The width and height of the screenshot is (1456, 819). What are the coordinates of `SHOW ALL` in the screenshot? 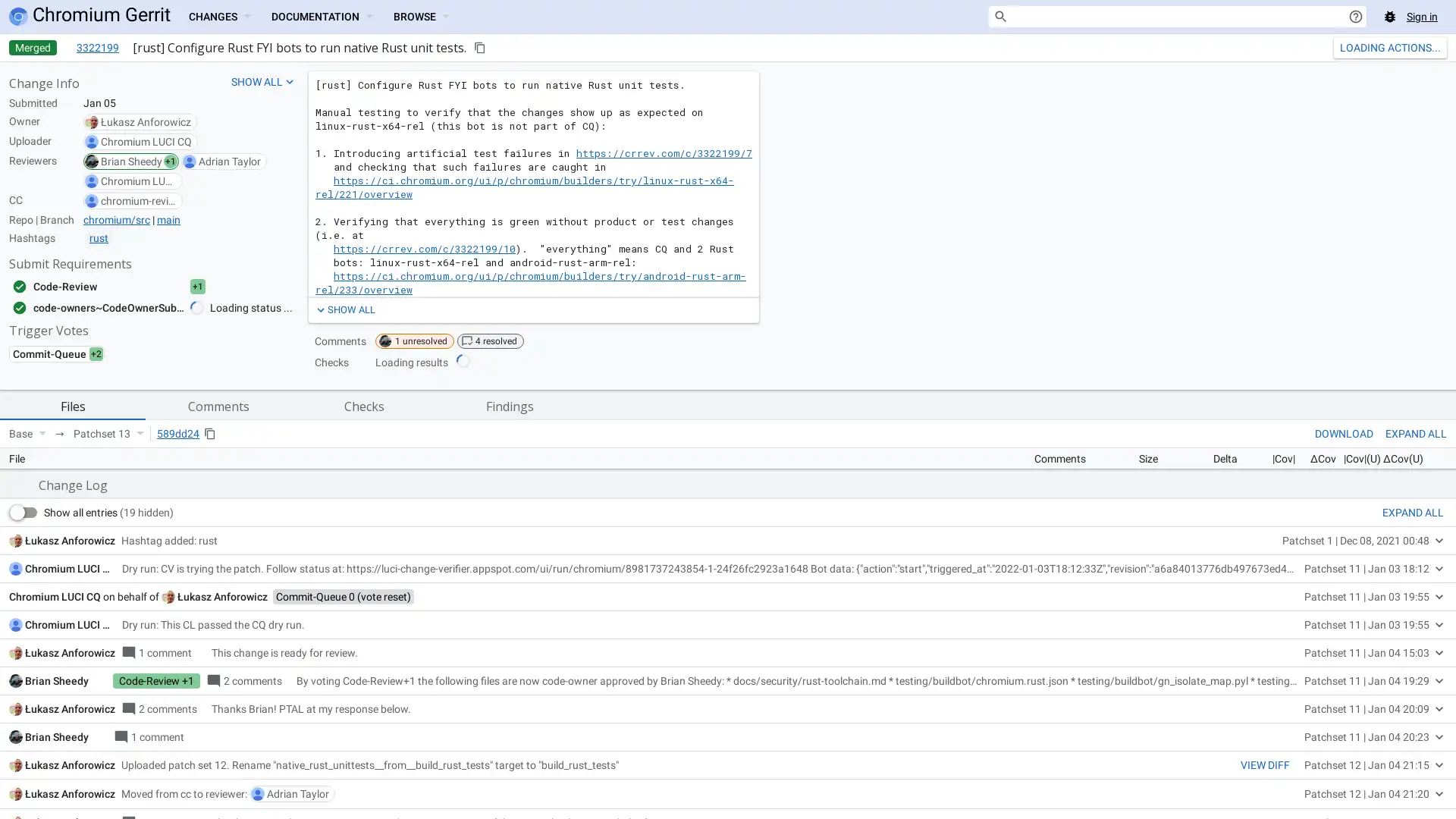 It's located at (263, 82).